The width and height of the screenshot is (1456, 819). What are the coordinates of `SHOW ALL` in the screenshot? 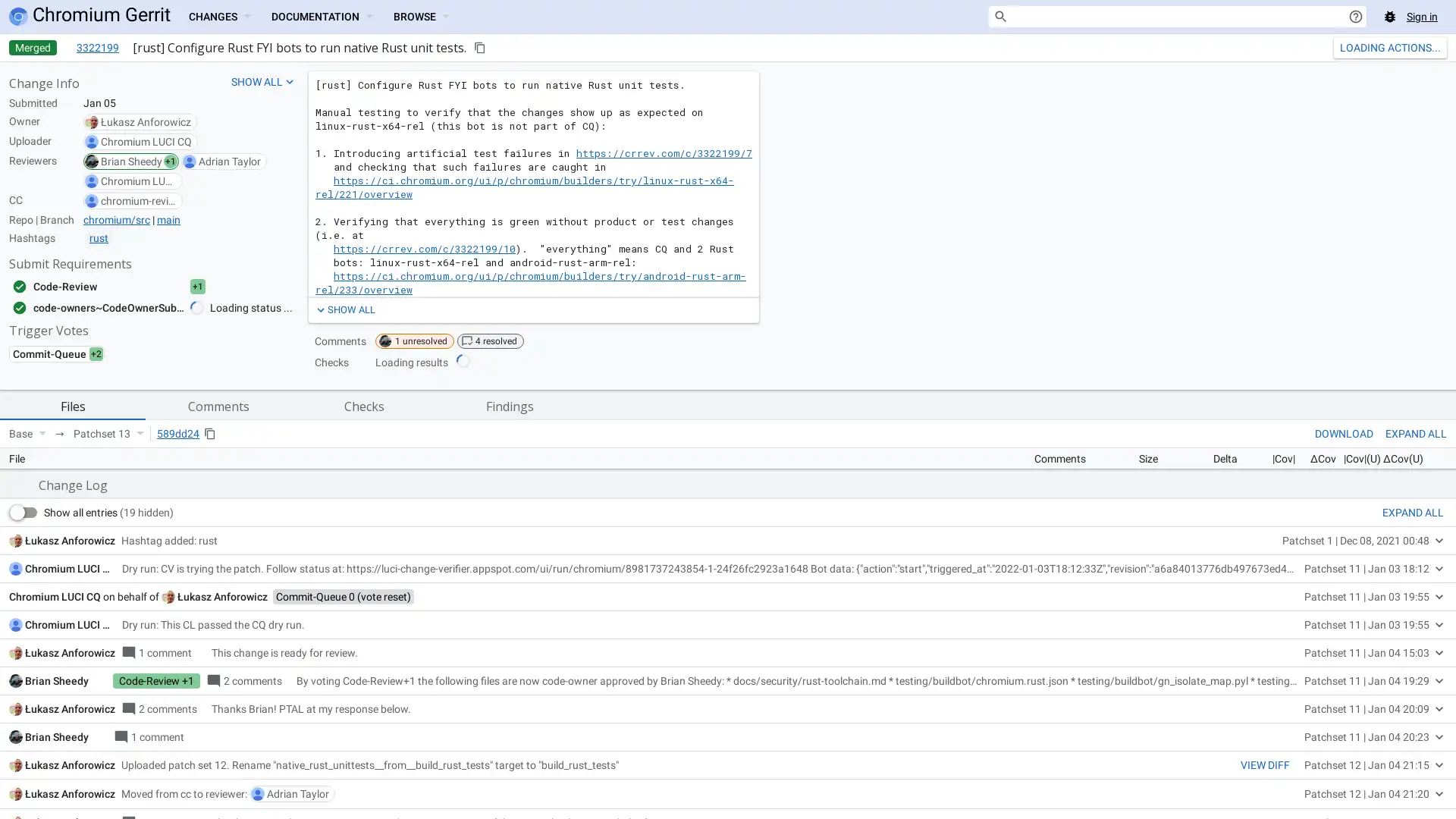 It's located at (263, 82).